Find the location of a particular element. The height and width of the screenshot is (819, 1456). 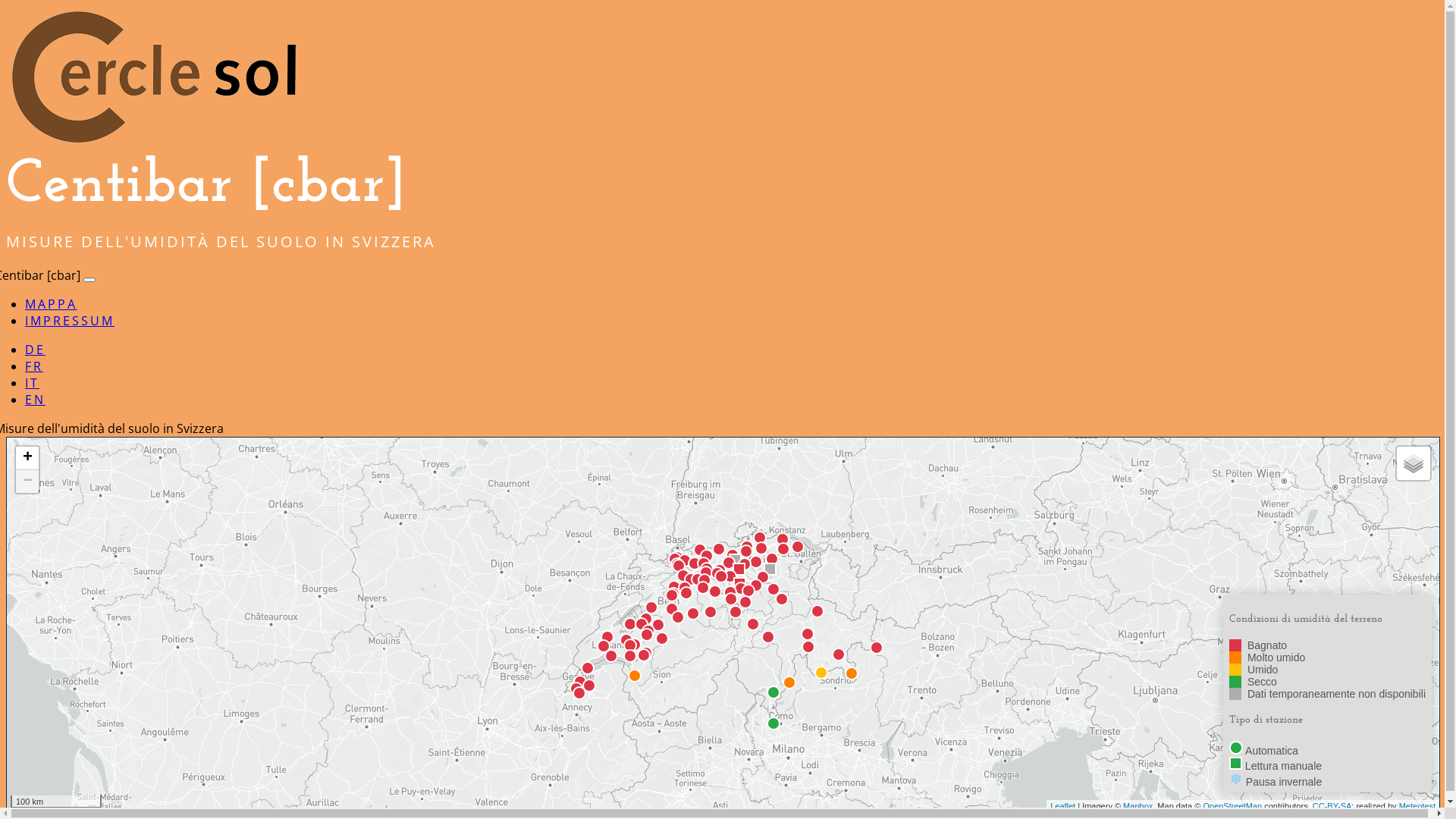

'DE' is located at coordinates (35, 350).